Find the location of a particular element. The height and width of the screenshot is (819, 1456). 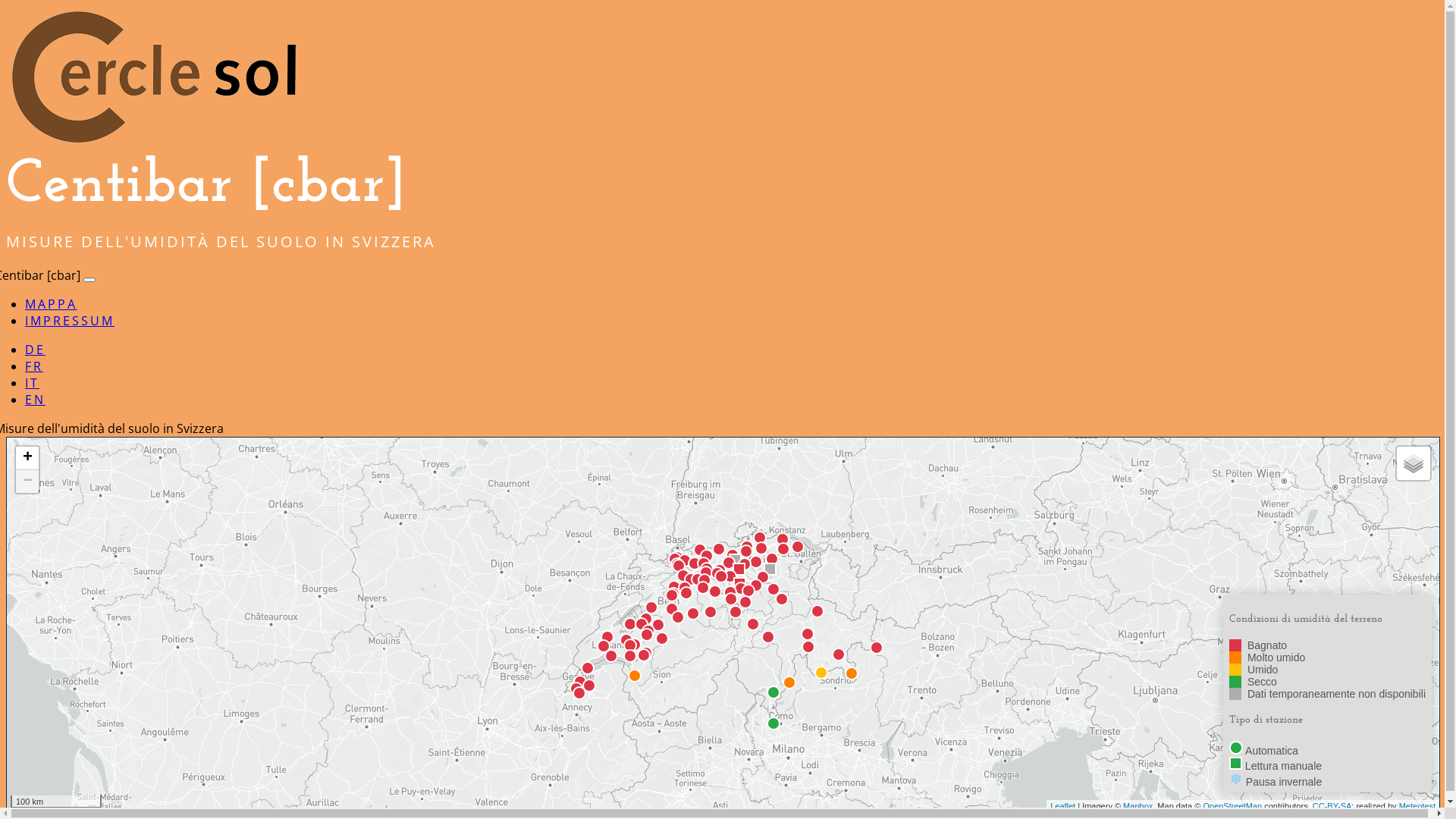

'DE' is located at coordinates (35, 350).